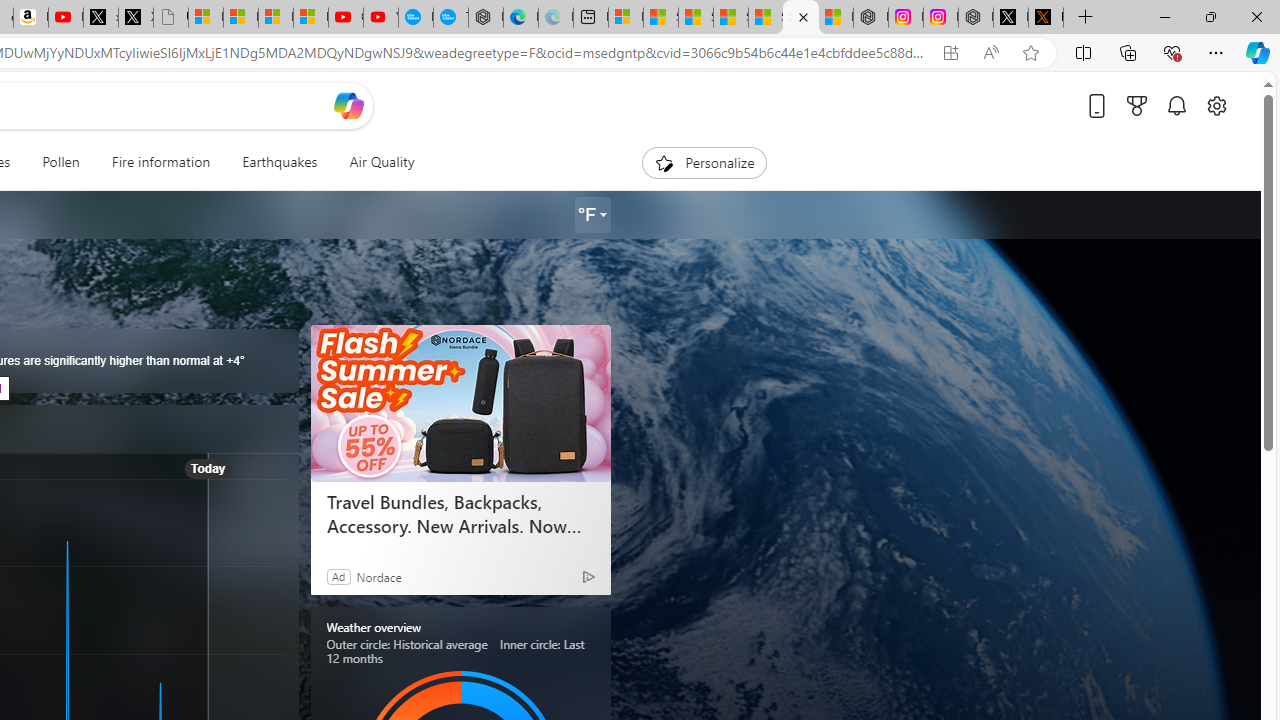 This screenshot has width=1280, height=720. Describe the element at coordinates (279, 162) in the screenshot. I see `'Earthquakes'` at that location.